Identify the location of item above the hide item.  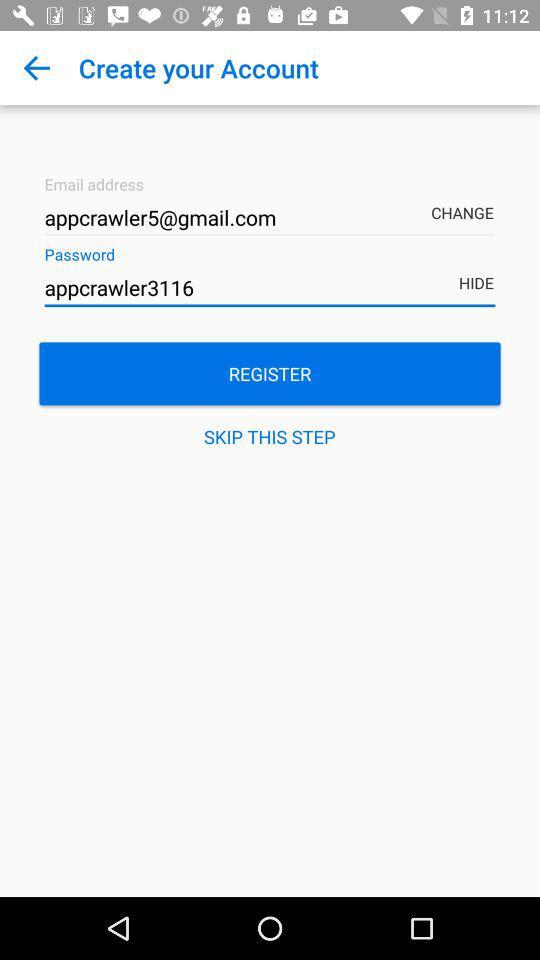
(465, 199).